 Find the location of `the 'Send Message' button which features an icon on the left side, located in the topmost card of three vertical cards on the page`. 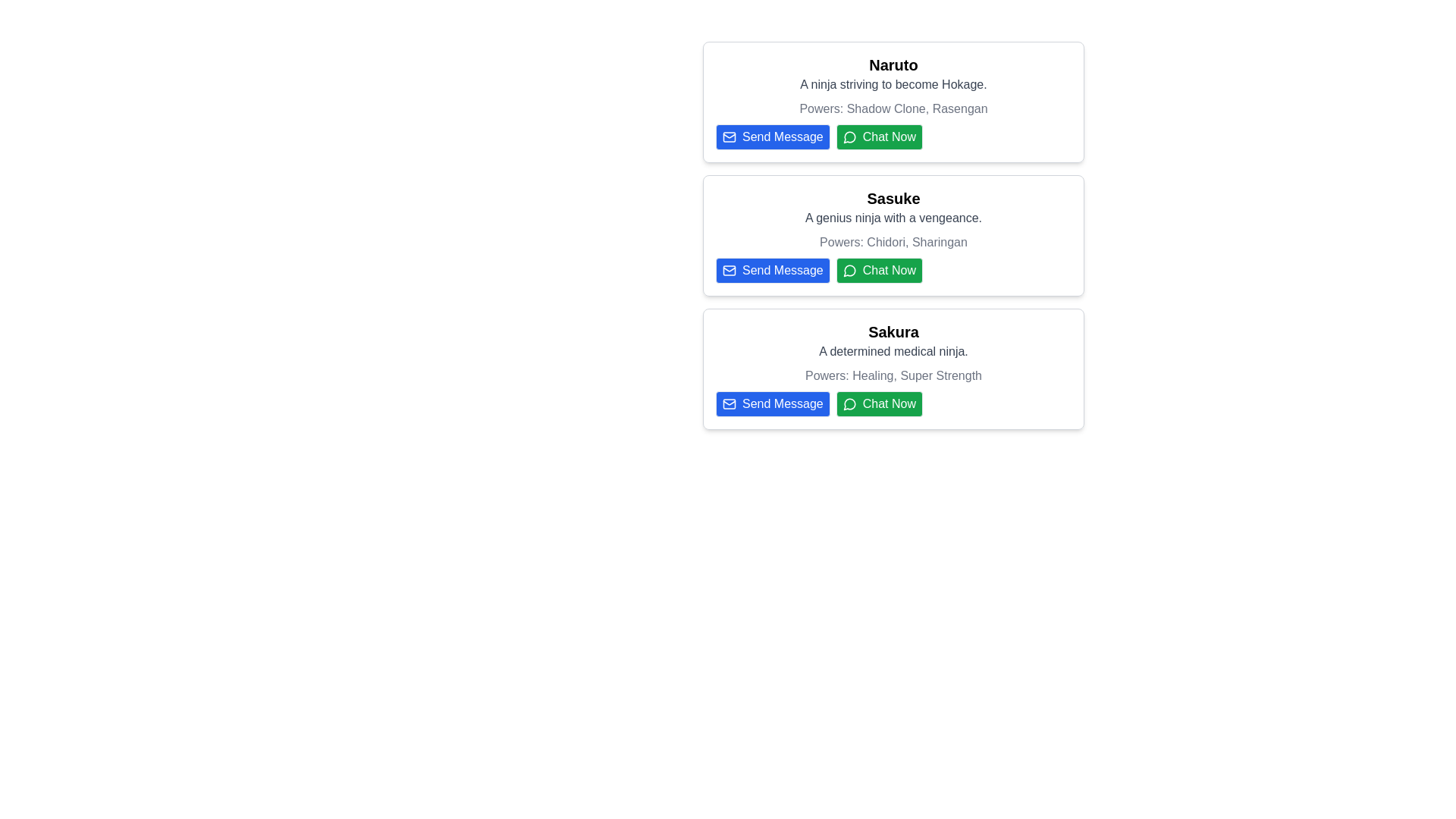

the 'Send Message' button which features an icon on the left side, located in the topmost card of three vertical cards on the page is located at coordinates (729, 137).